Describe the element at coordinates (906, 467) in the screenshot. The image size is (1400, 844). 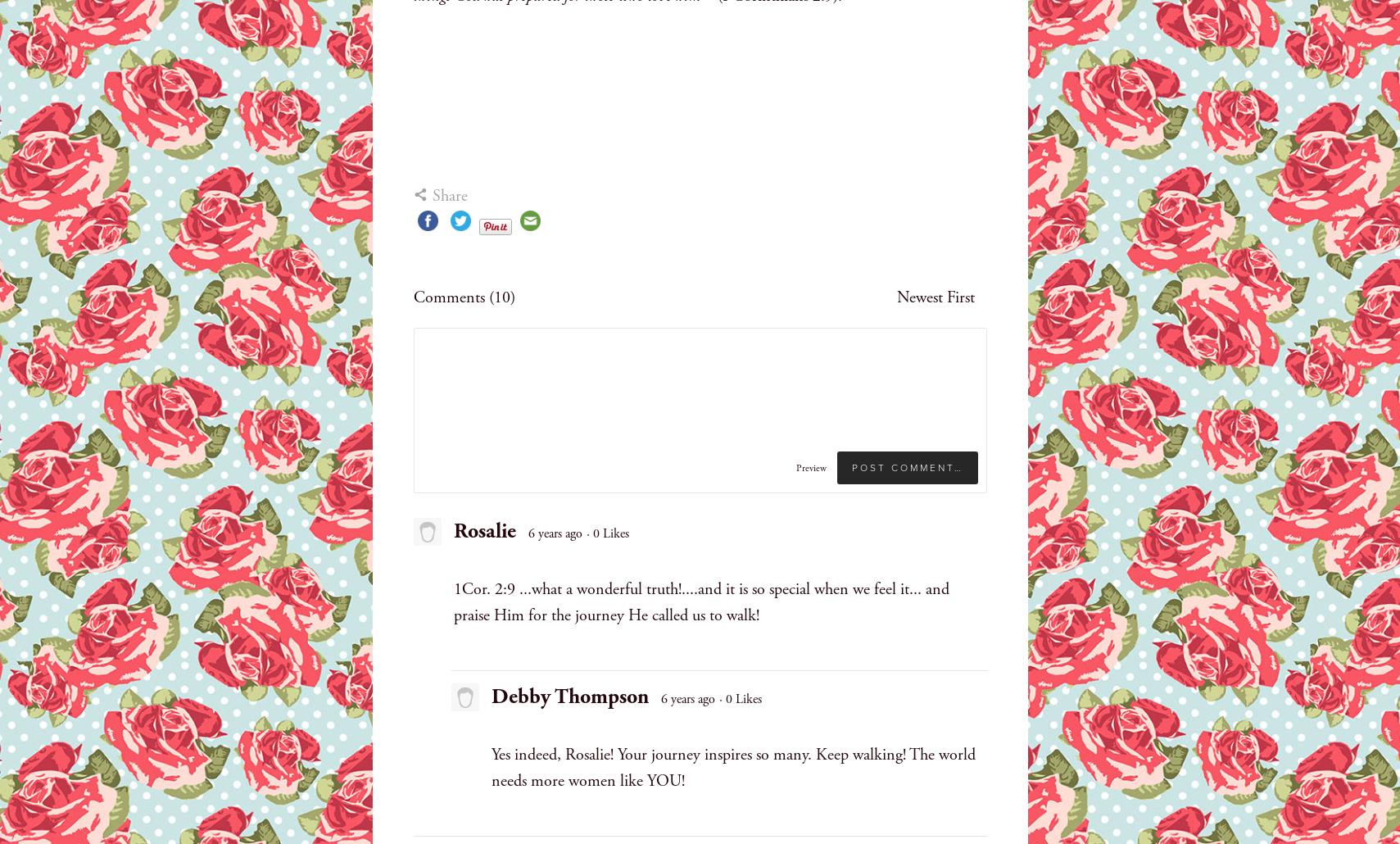
I see `'Post Comment…'` at that location.